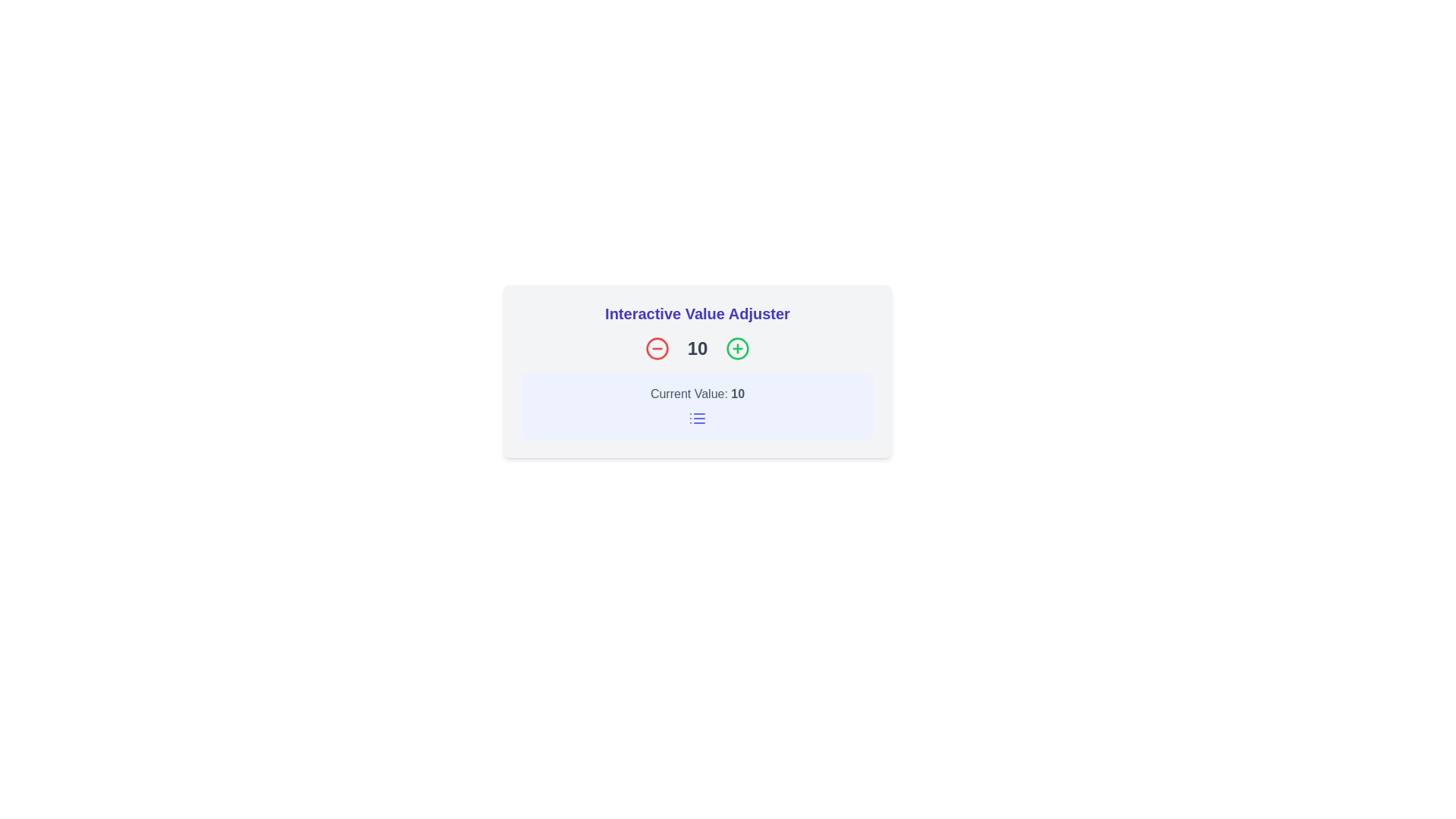  I want to click on the Static text display that shows 'Current Value: 10', which is centrally positioned in a card-like component with a light indigo background, located between a numeric display and a list icon, so click(697, 394).